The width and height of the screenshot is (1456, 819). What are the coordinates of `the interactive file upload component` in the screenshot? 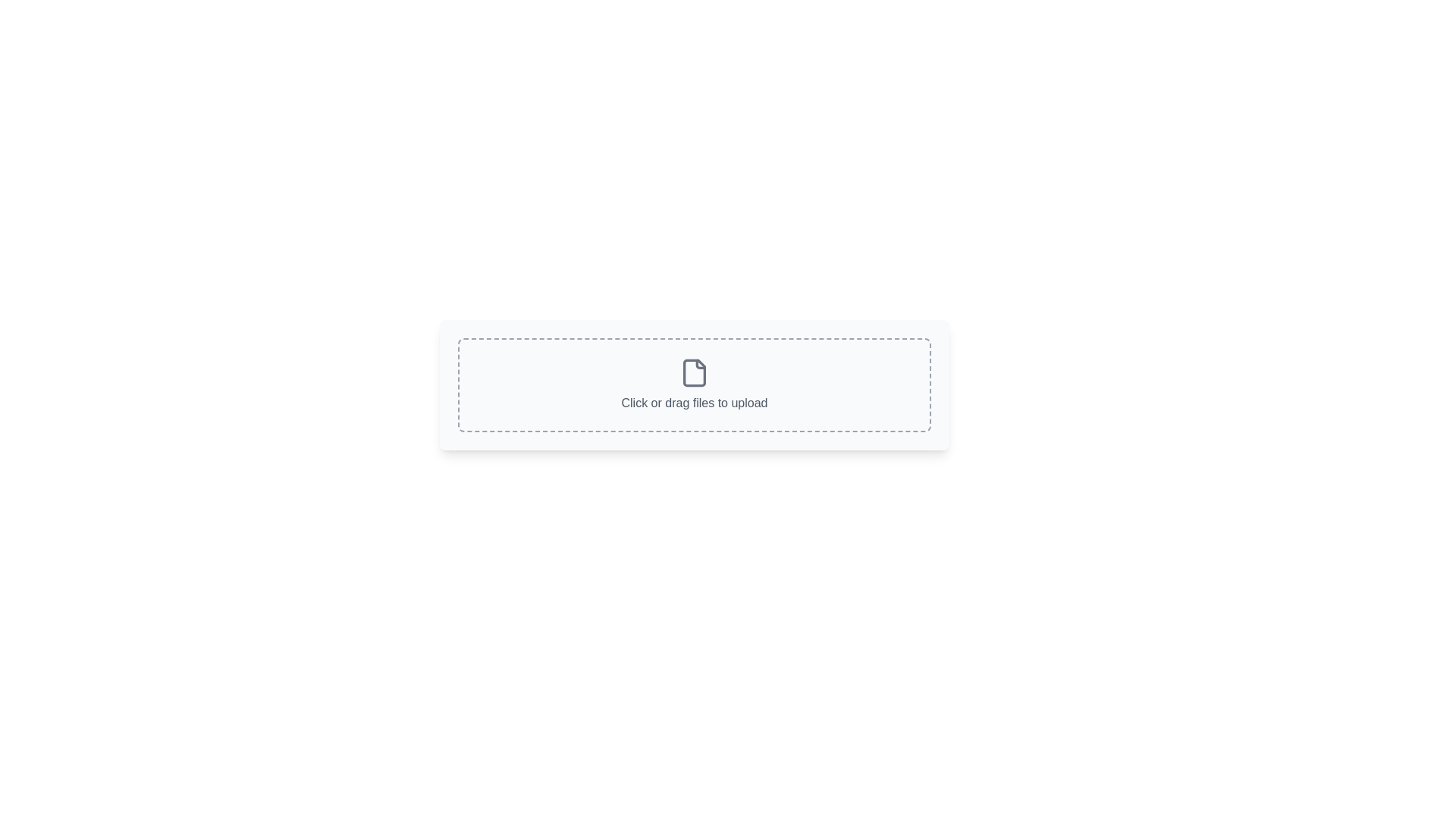 It's located at (694, 384).